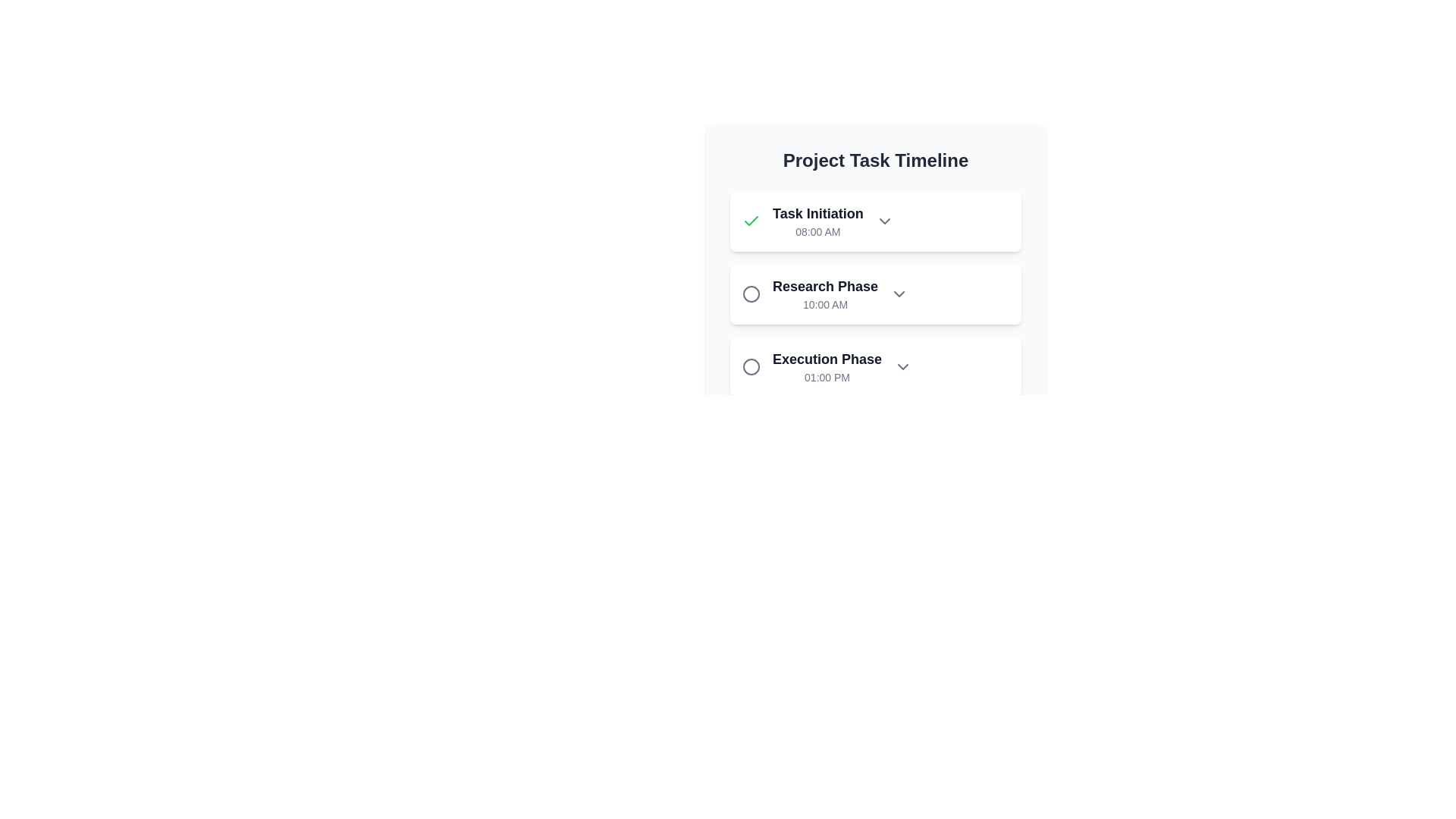 This screenshot has width=1456, height=819. I want to click on the second card in the vertical sequence under the header 'Project Task Timeline', so click(876, 294).